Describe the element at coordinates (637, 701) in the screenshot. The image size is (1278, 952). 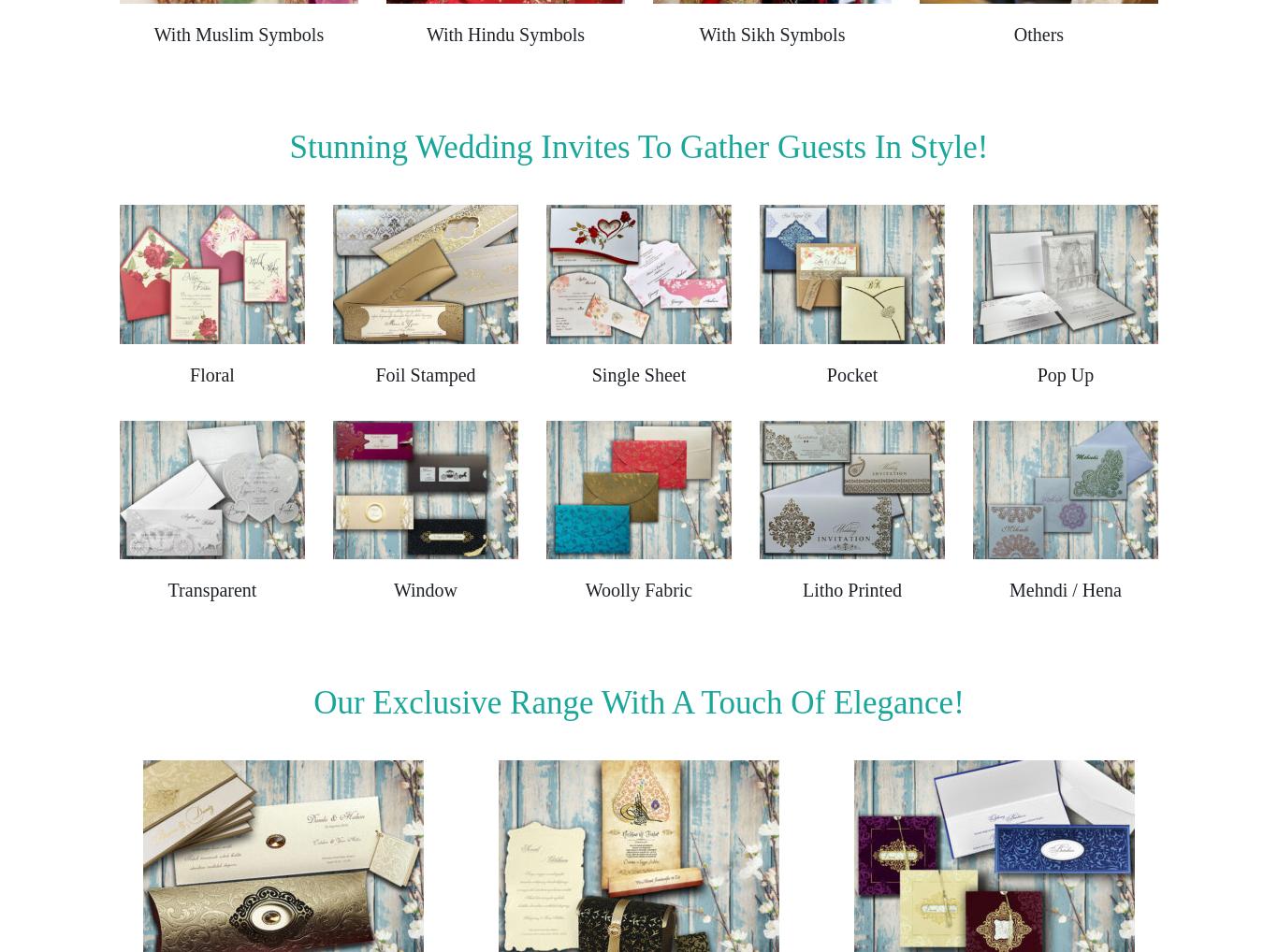
I see `'Our Exclusive Range With A Touch Of Elegance!'` at that location.